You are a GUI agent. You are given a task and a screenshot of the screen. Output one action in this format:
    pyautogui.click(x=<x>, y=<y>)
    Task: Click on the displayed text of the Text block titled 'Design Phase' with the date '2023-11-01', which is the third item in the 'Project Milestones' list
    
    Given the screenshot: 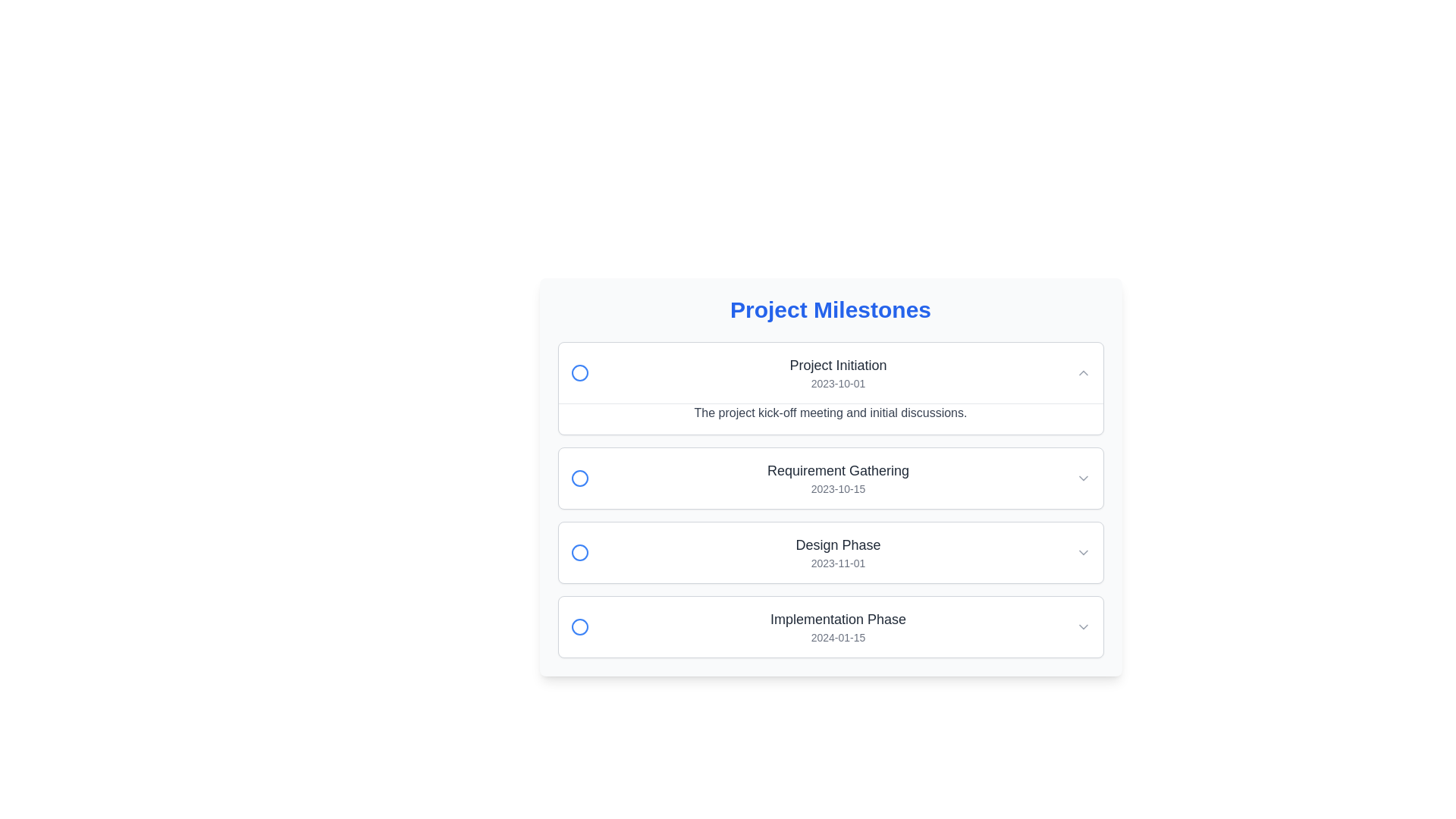 What is the action you would take?
    pyautogui.click(x=837, y=553)
    